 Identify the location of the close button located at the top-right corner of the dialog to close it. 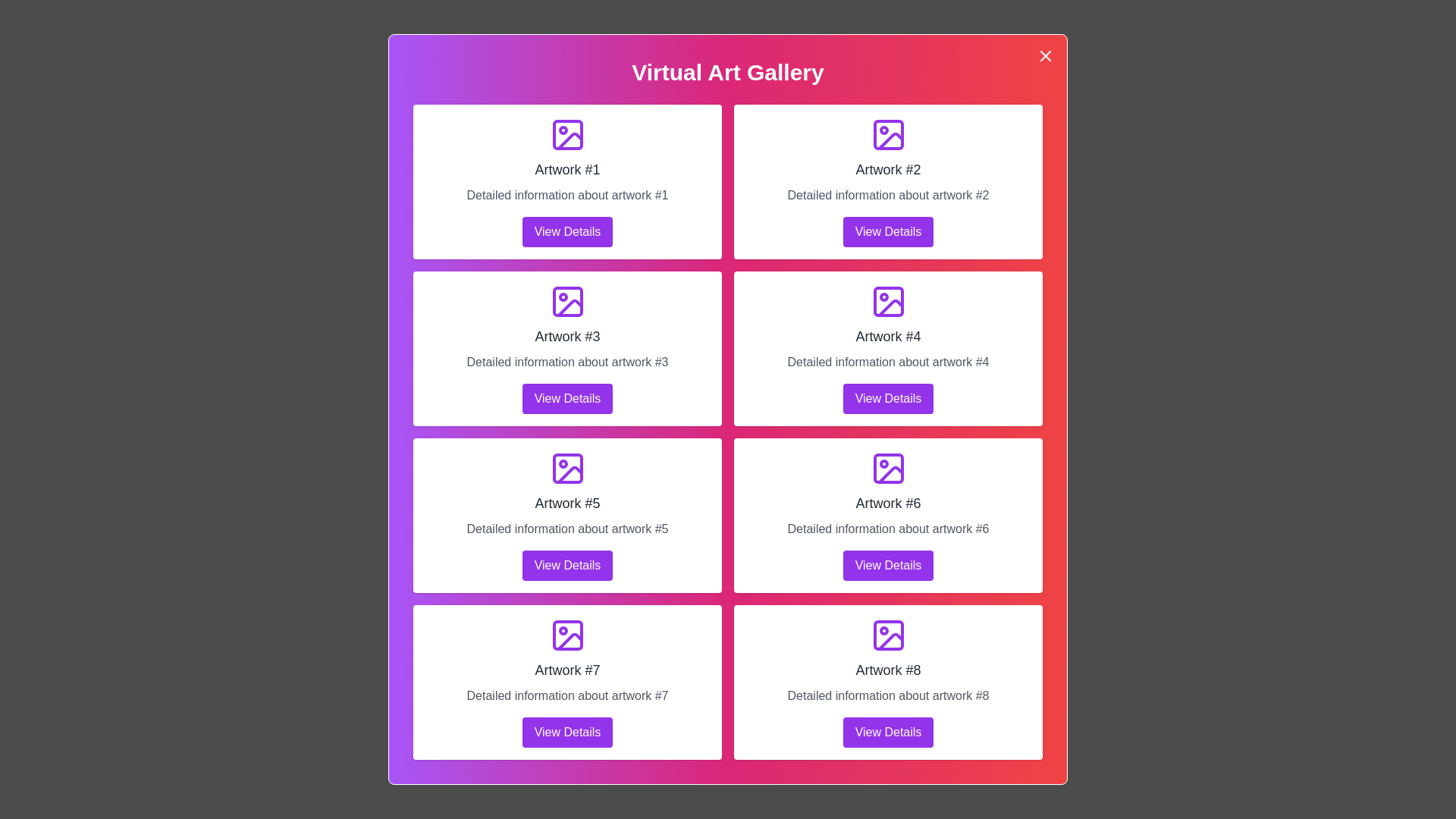
(1044, 55).